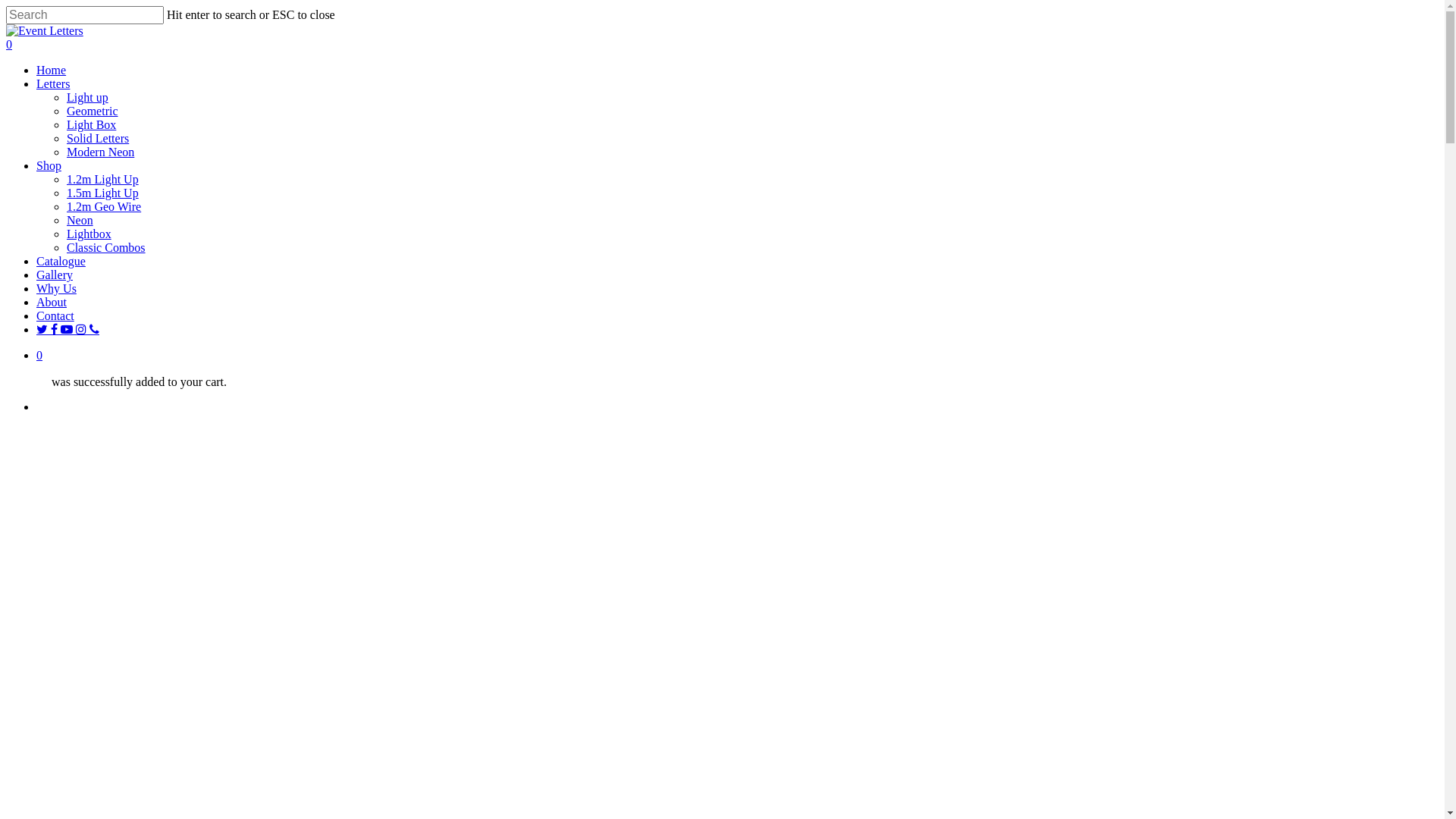 This screenshot has width=1456, height=819. Describe the element at coordinates (6, 43) in the screenshot. I see `'0'` at that location.